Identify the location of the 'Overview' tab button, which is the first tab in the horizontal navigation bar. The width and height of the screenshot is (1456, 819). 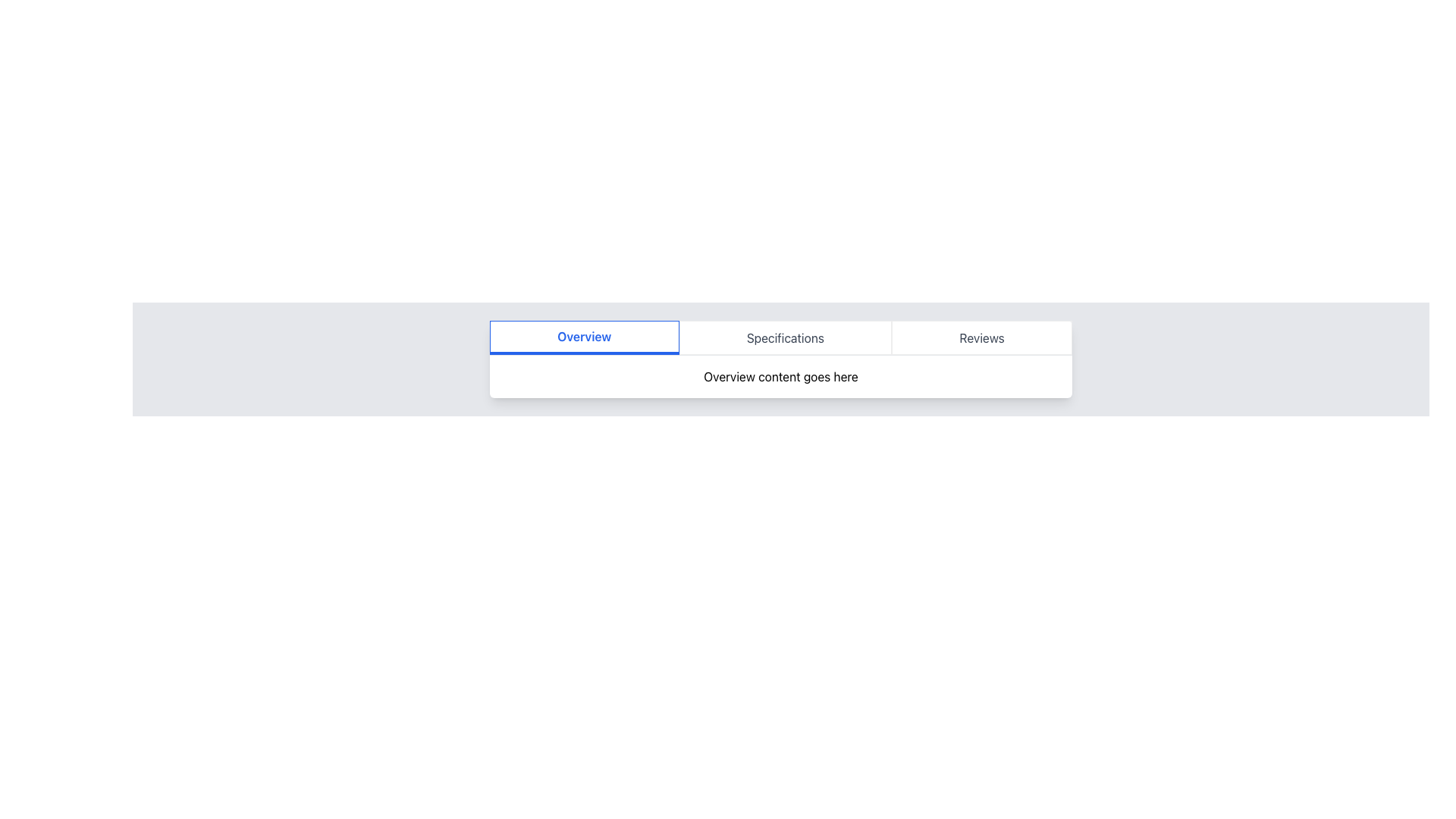
(583, 337).